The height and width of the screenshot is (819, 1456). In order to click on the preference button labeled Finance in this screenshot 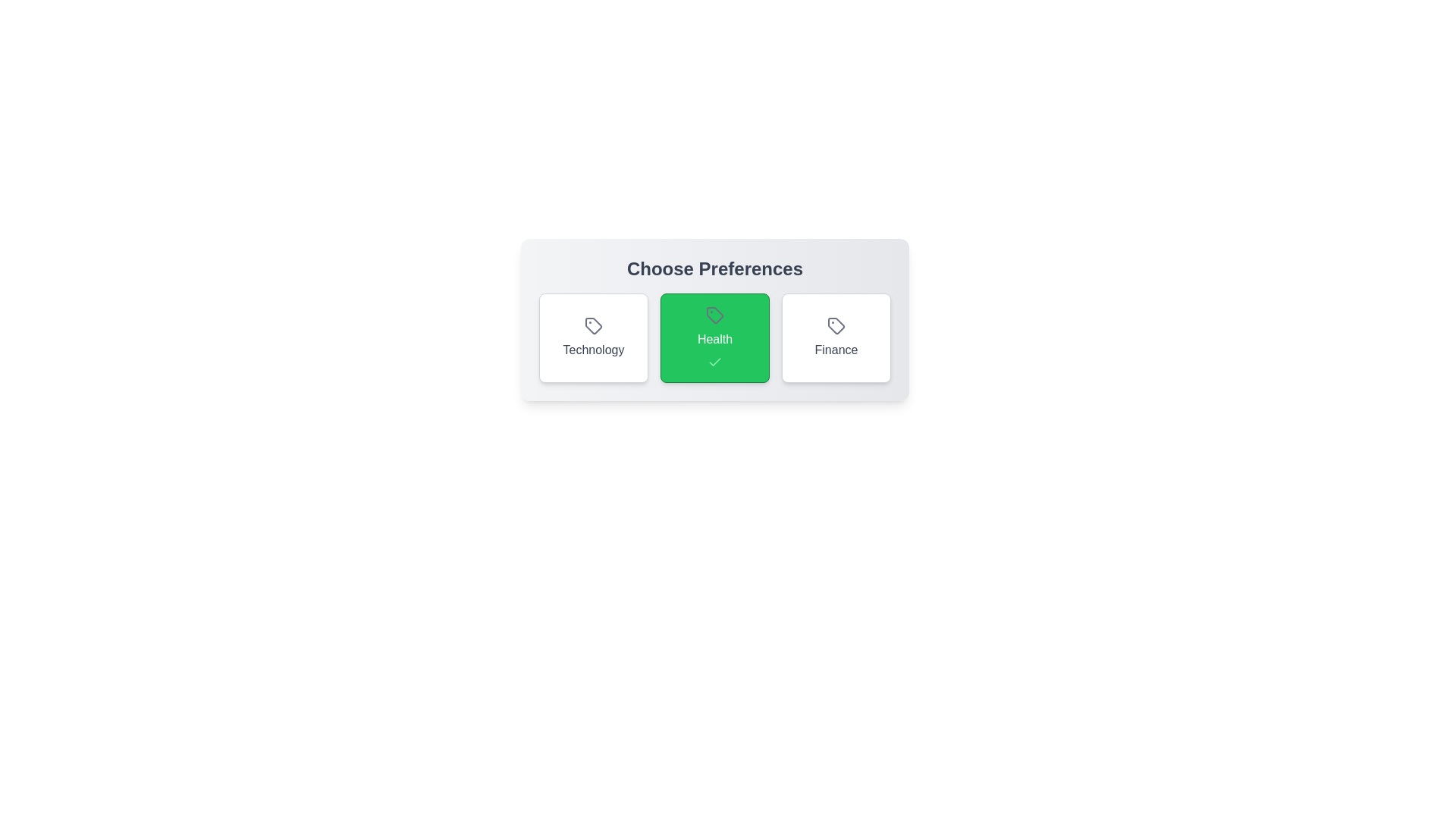, I will do `click(836, 337)`.